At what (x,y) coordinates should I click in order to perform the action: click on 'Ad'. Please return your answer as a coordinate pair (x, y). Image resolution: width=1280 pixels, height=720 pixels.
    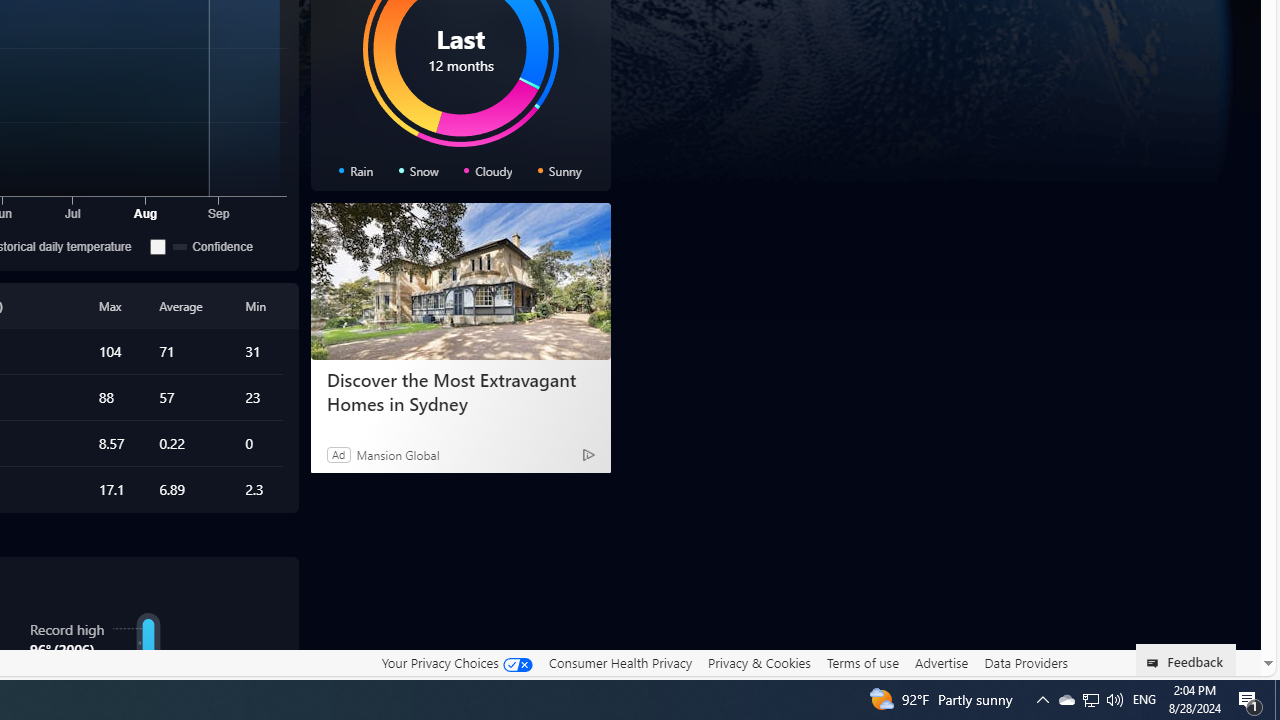
    Looking at the image, I should click on (338, 454).